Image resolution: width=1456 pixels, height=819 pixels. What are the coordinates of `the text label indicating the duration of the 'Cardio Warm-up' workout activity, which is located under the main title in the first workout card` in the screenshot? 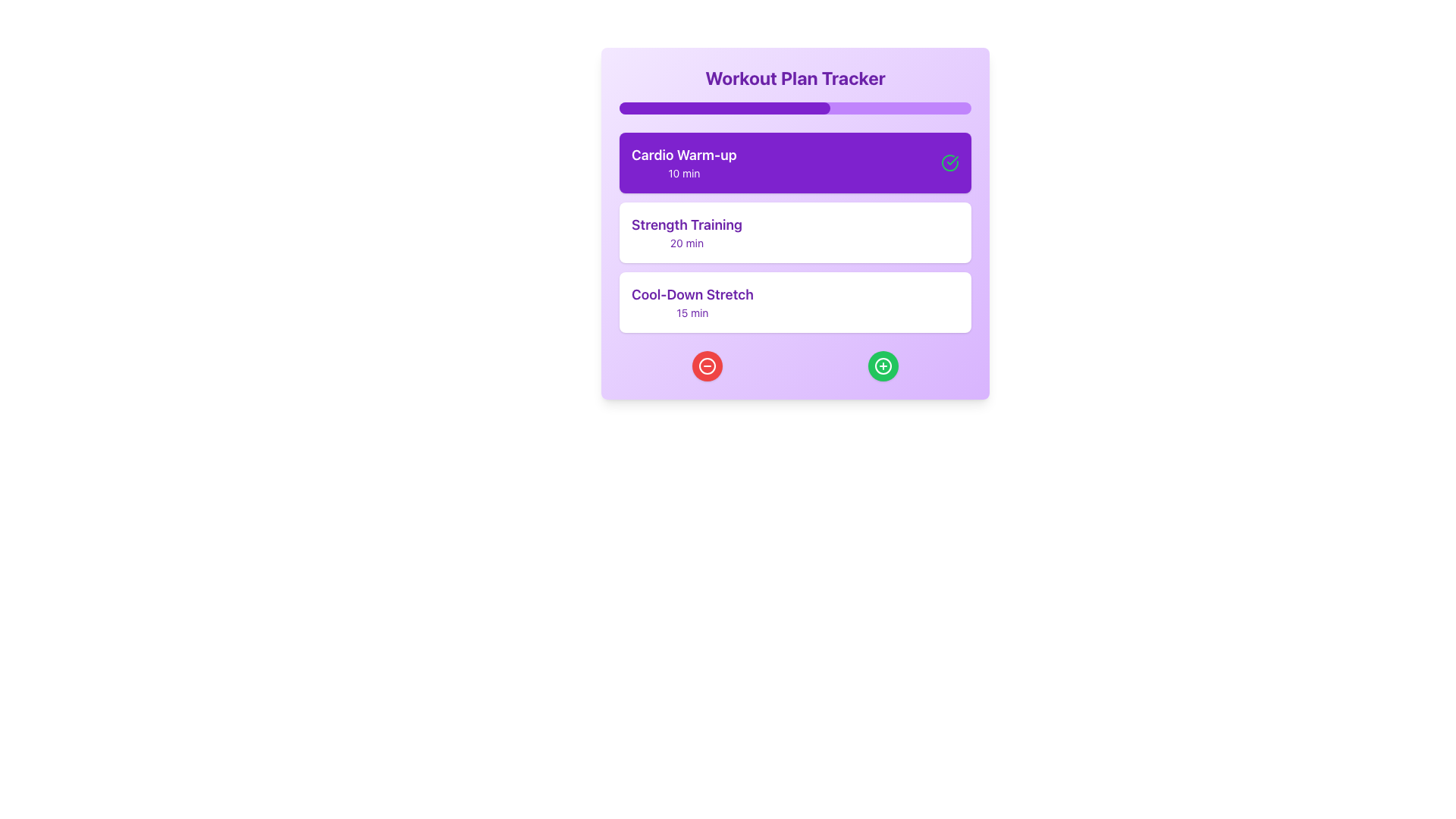 It's located at (683, 172).